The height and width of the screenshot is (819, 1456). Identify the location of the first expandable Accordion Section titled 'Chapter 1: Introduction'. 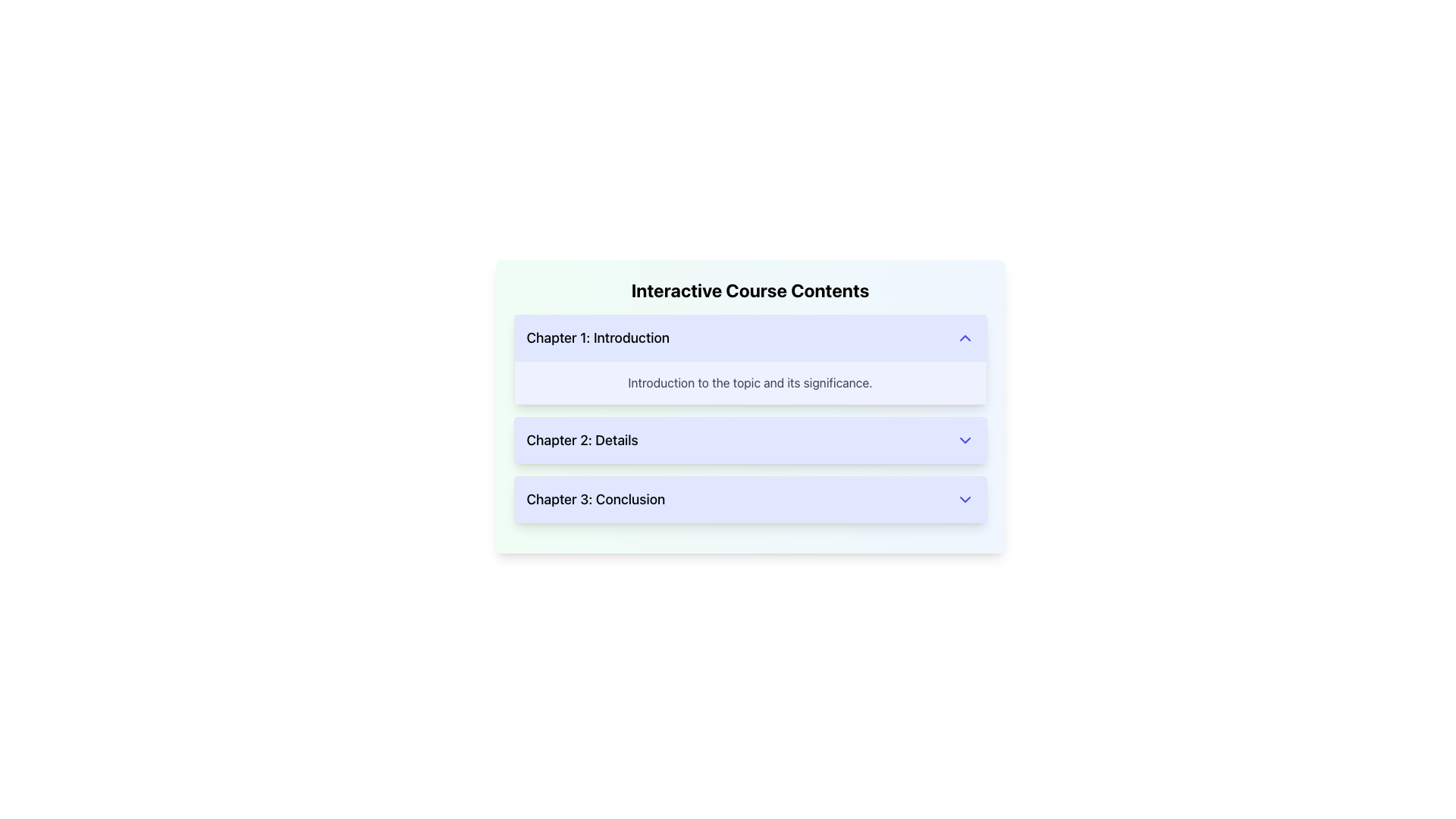
(750, 359).